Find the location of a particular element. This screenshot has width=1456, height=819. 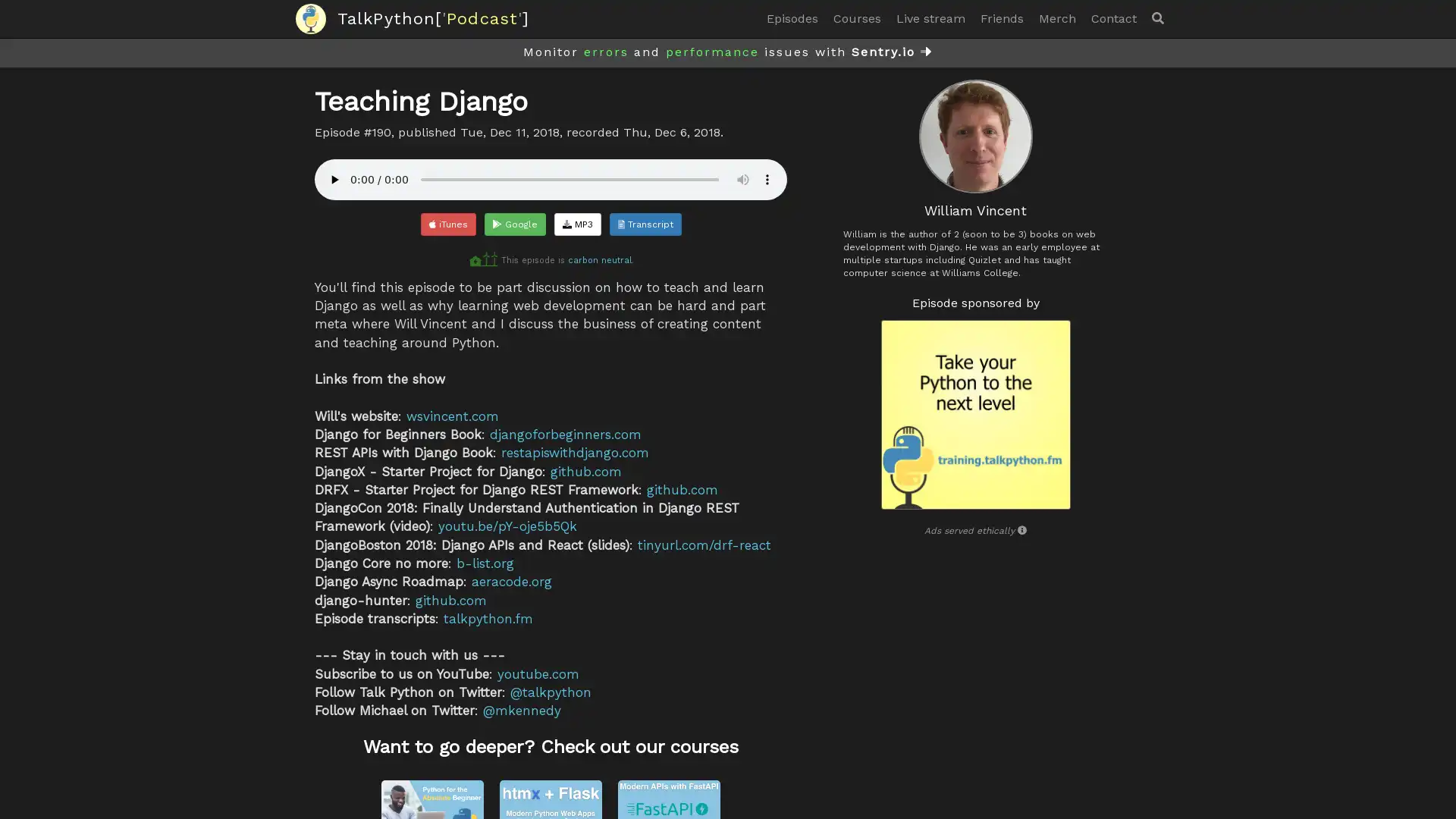

play is located at coordinates (334, 178).